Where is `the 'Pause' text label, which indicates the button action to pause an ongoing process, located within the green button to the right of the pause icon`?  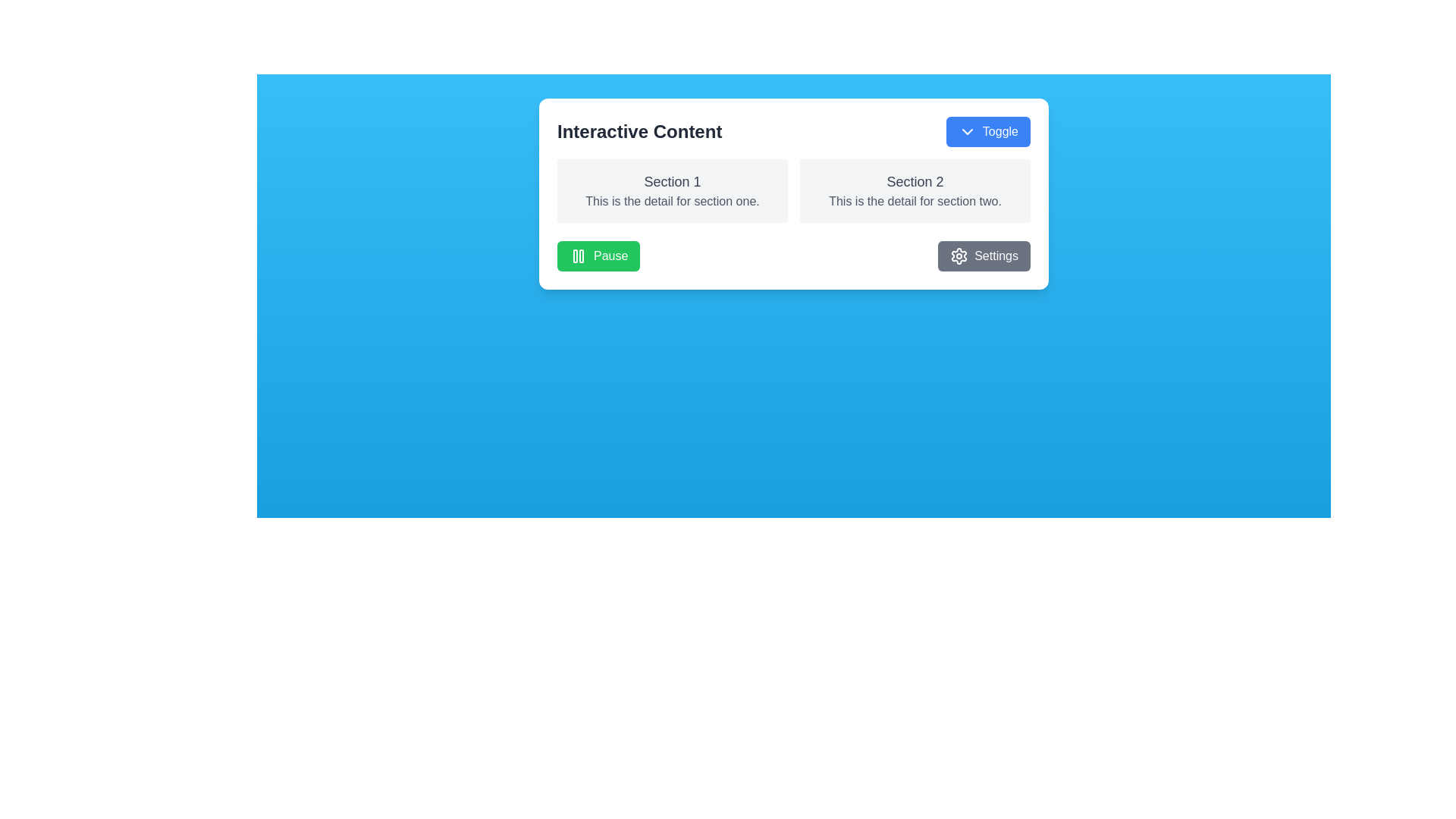 the 'Pause' text label, which indicates the button action to pause an ongoing process, located within the green button to the right of the pause icon is located at coordinates (610, 256).